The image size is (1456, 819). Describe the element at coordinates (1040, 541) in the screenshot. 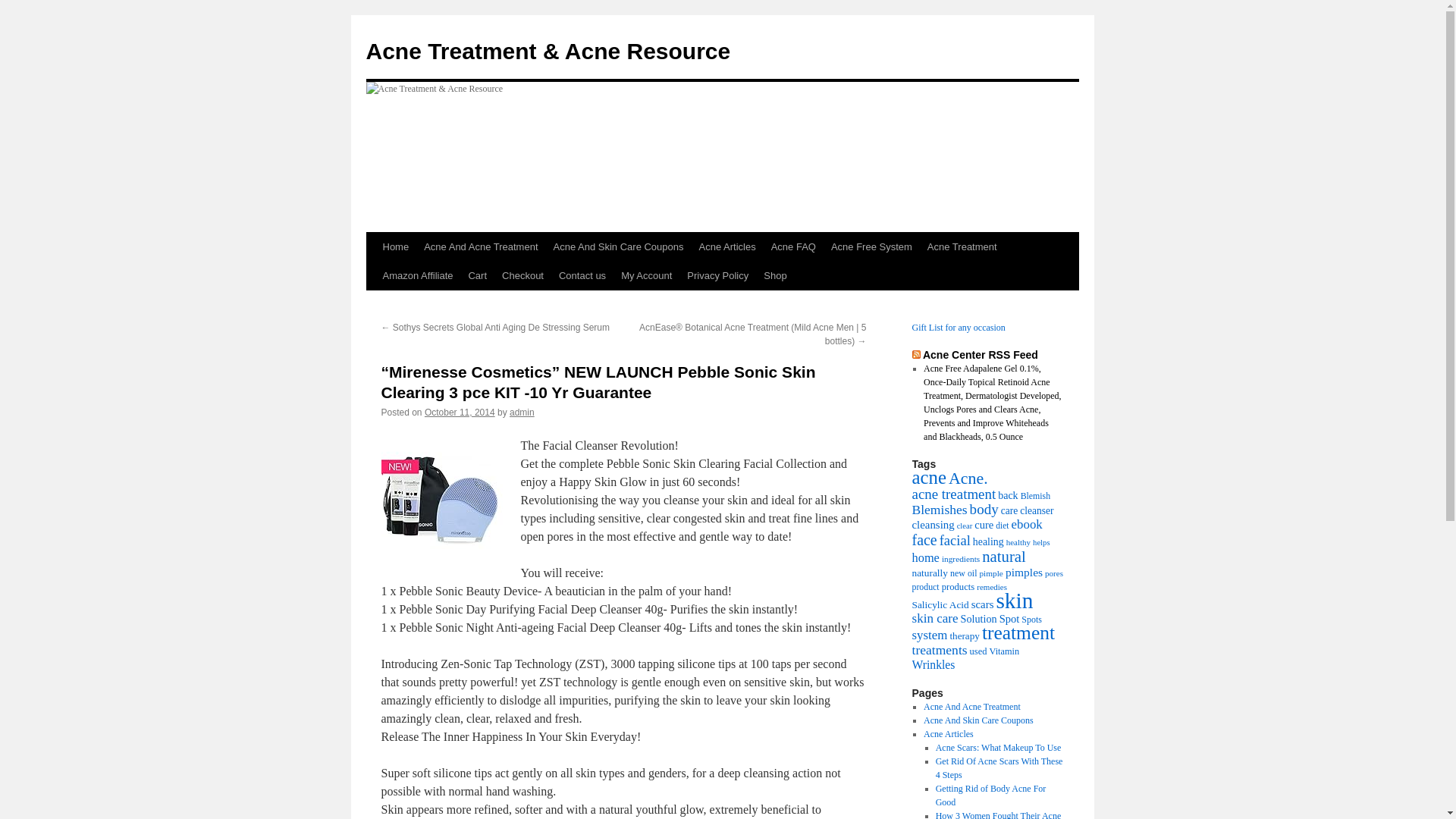

I see `'helps'` at that location.